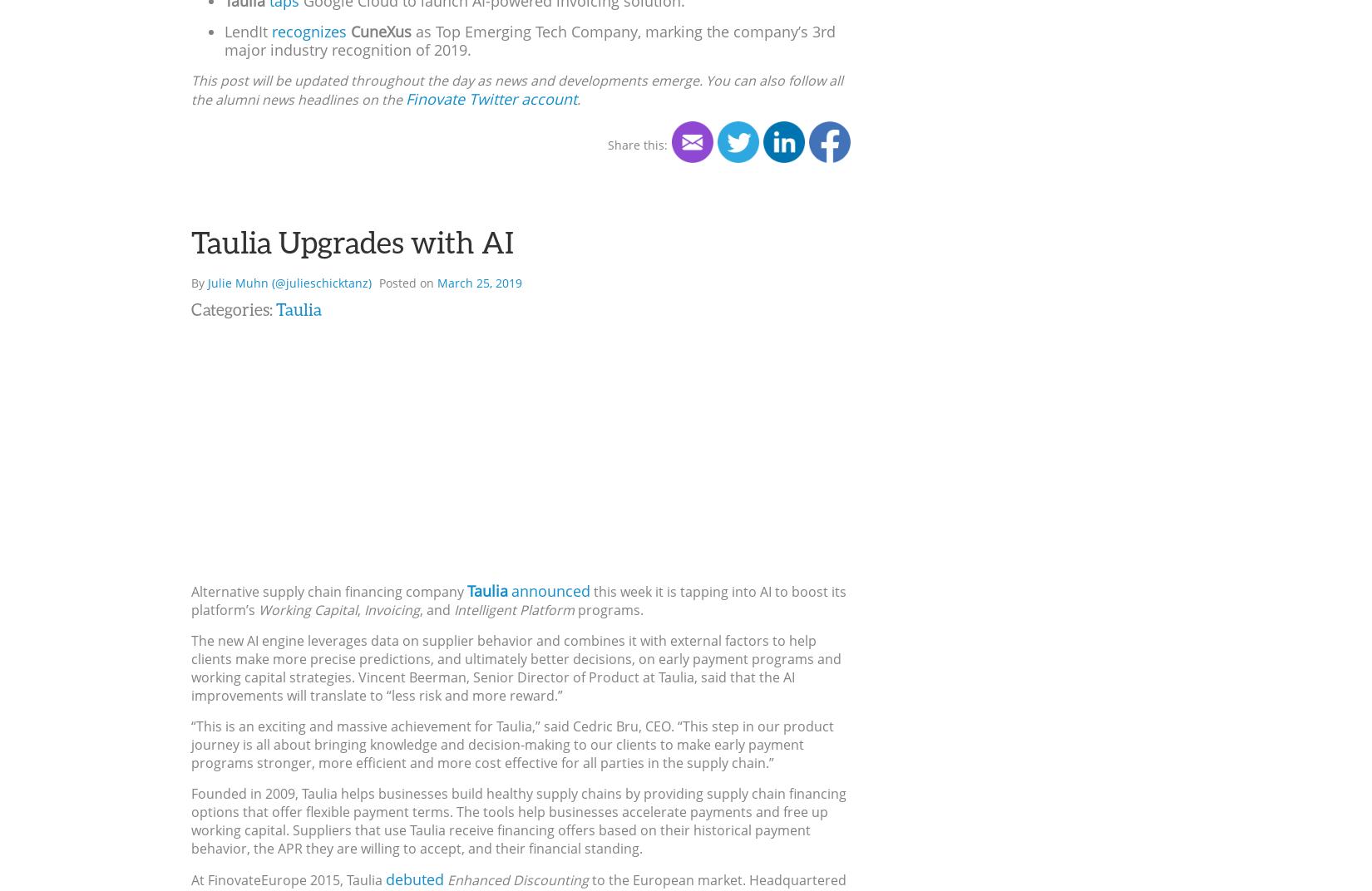 This screenshot has height=891, width=1372. I want to click on 'debuted', so click(413, 878).